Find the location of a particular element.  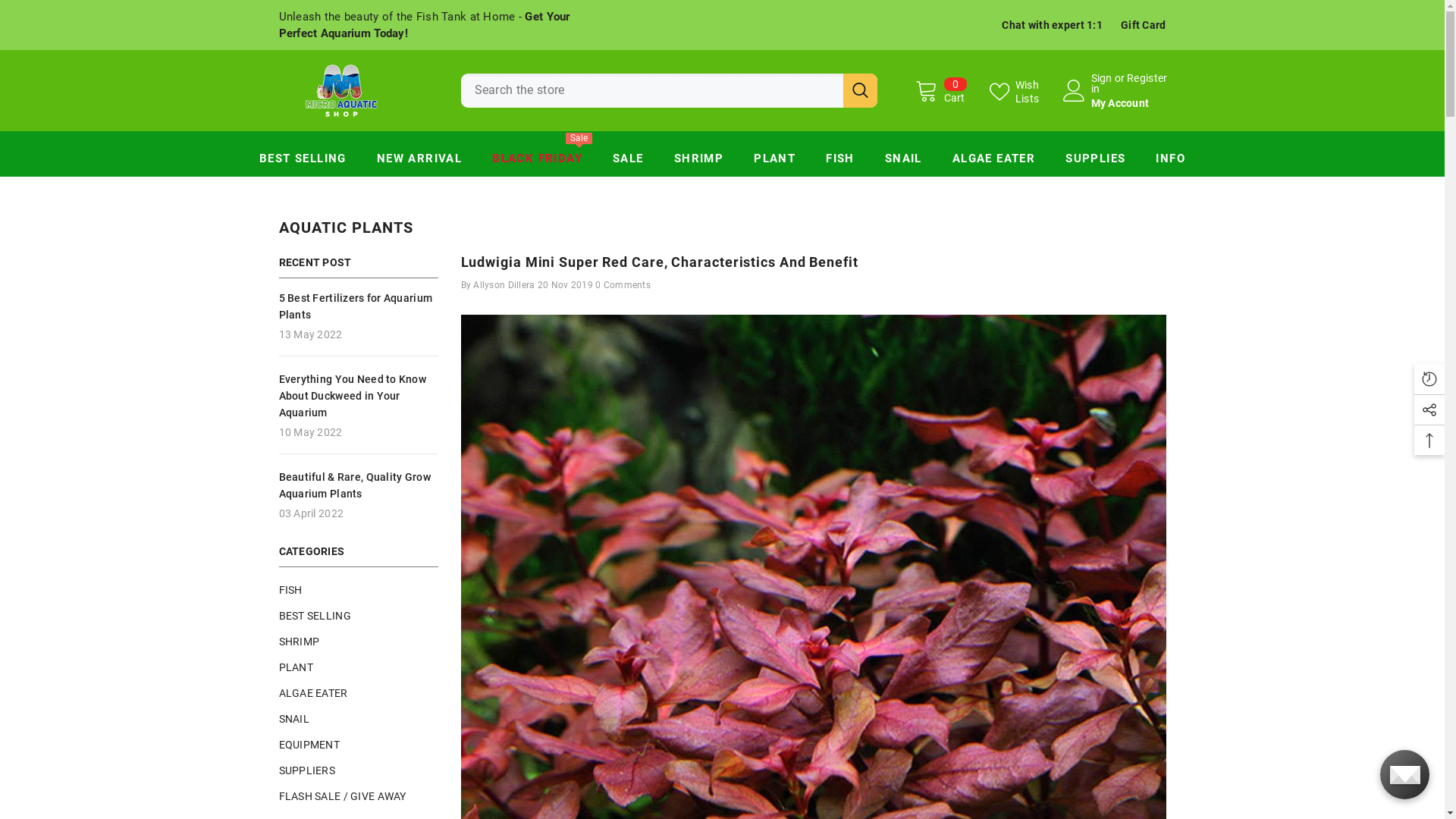

'Get Your Perfect Aquarium Today!' is located at coordinates (425, 25).